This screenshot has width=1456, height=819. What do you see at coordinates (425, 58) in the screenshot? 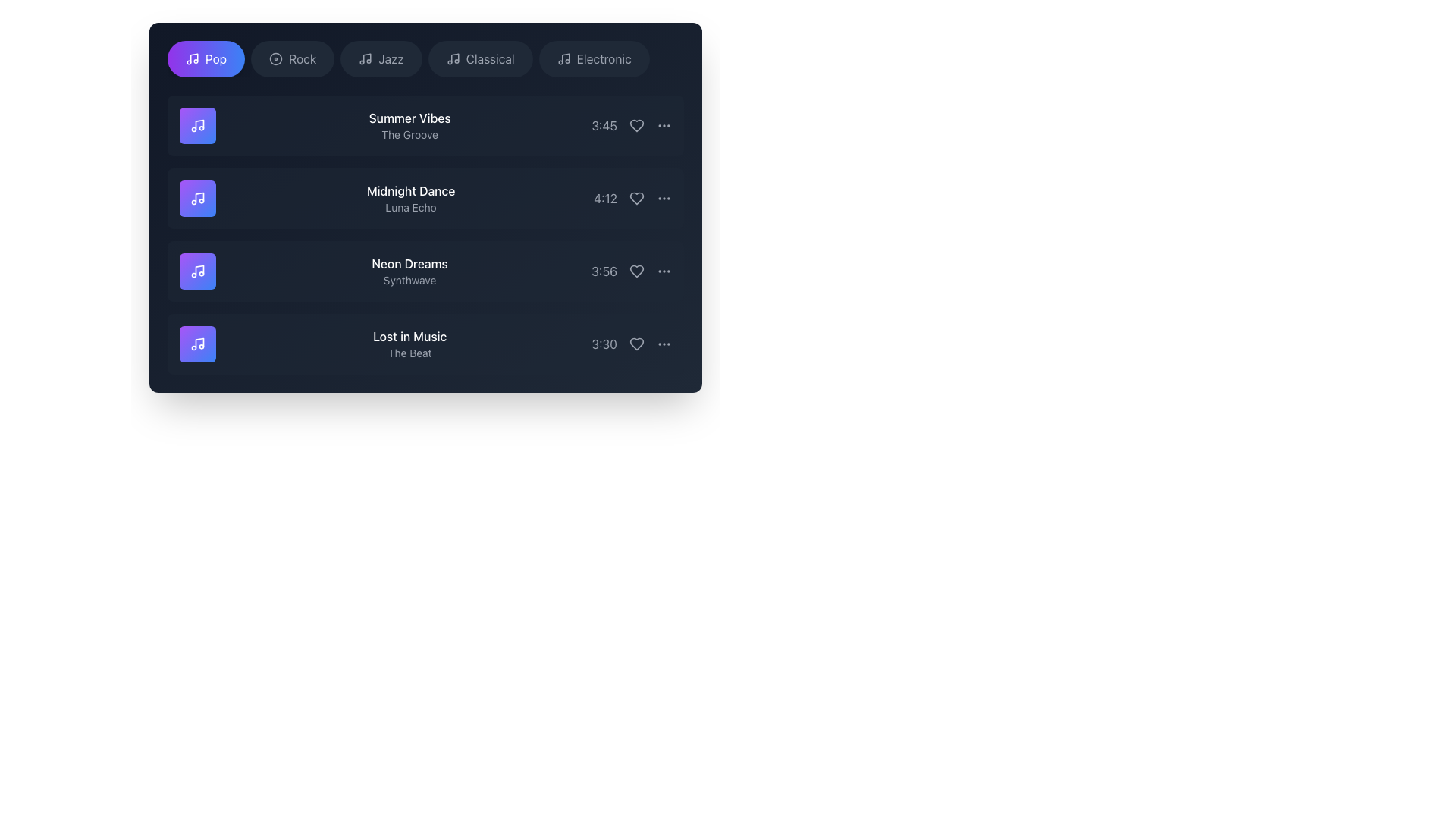
I see `the genre button in the Tab bar` at bounding box center [425, 58].